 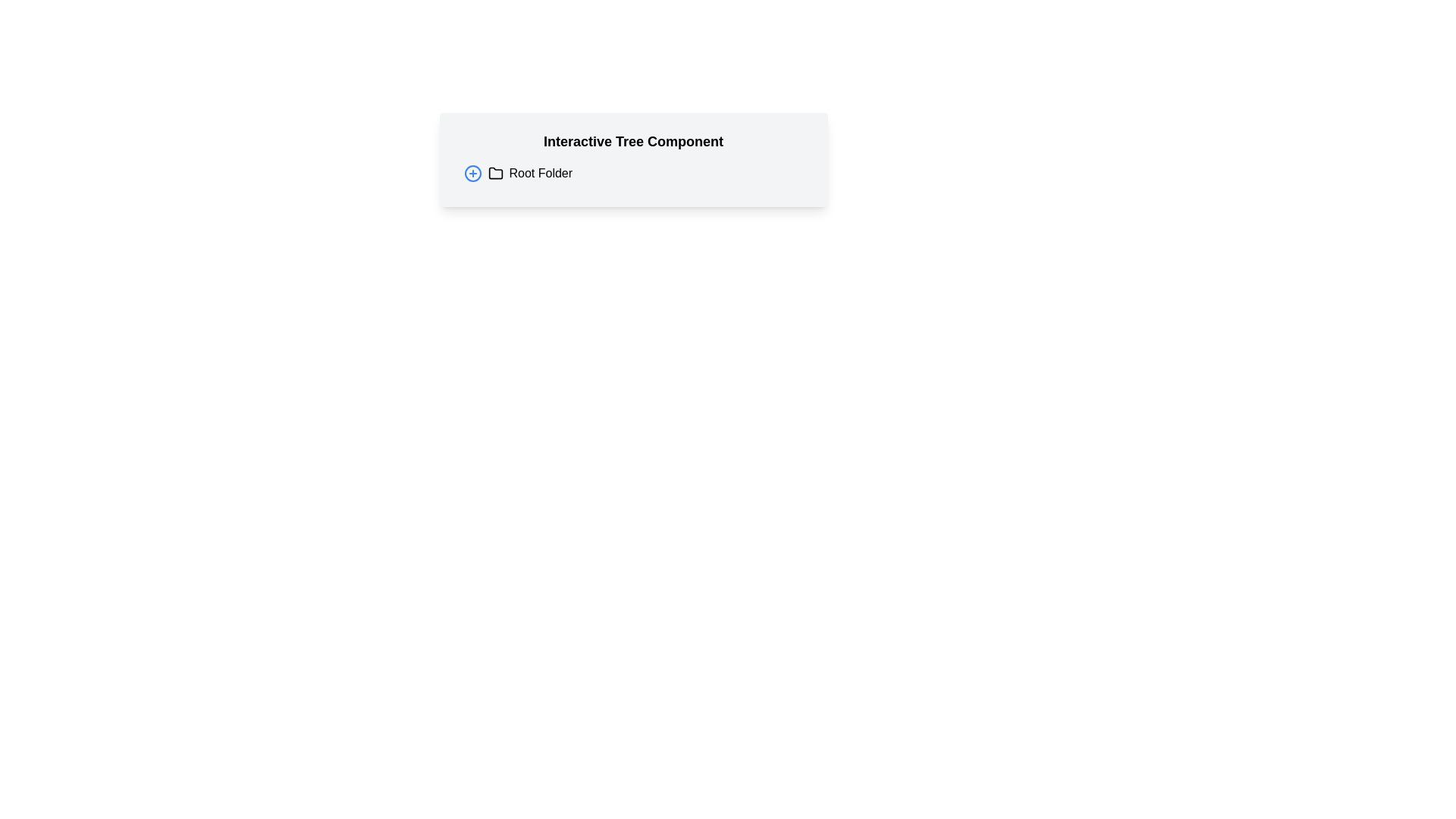 What do you see at coordinates (472, 172) in the screenshot?
I see `the action button located to the left of the 'Root Folder' text` at bounding box center [472, 172].